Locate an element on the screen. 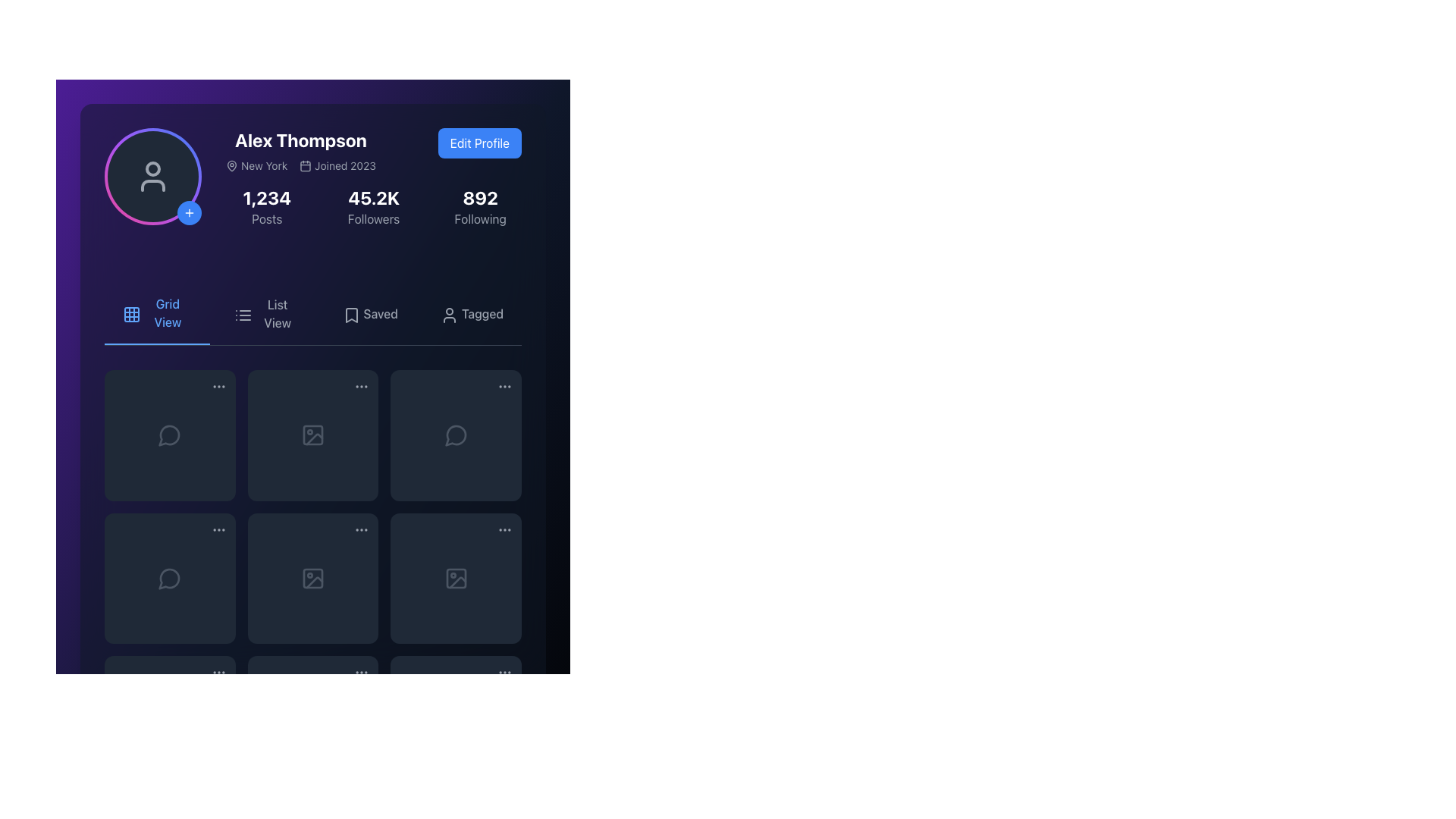  the 'List View' tab, which is a rectangular selection tab featuring a list icon on the left and the text 'List View' on the right, located next to the 'Grid View' tab is located at coordinates (267, 312).